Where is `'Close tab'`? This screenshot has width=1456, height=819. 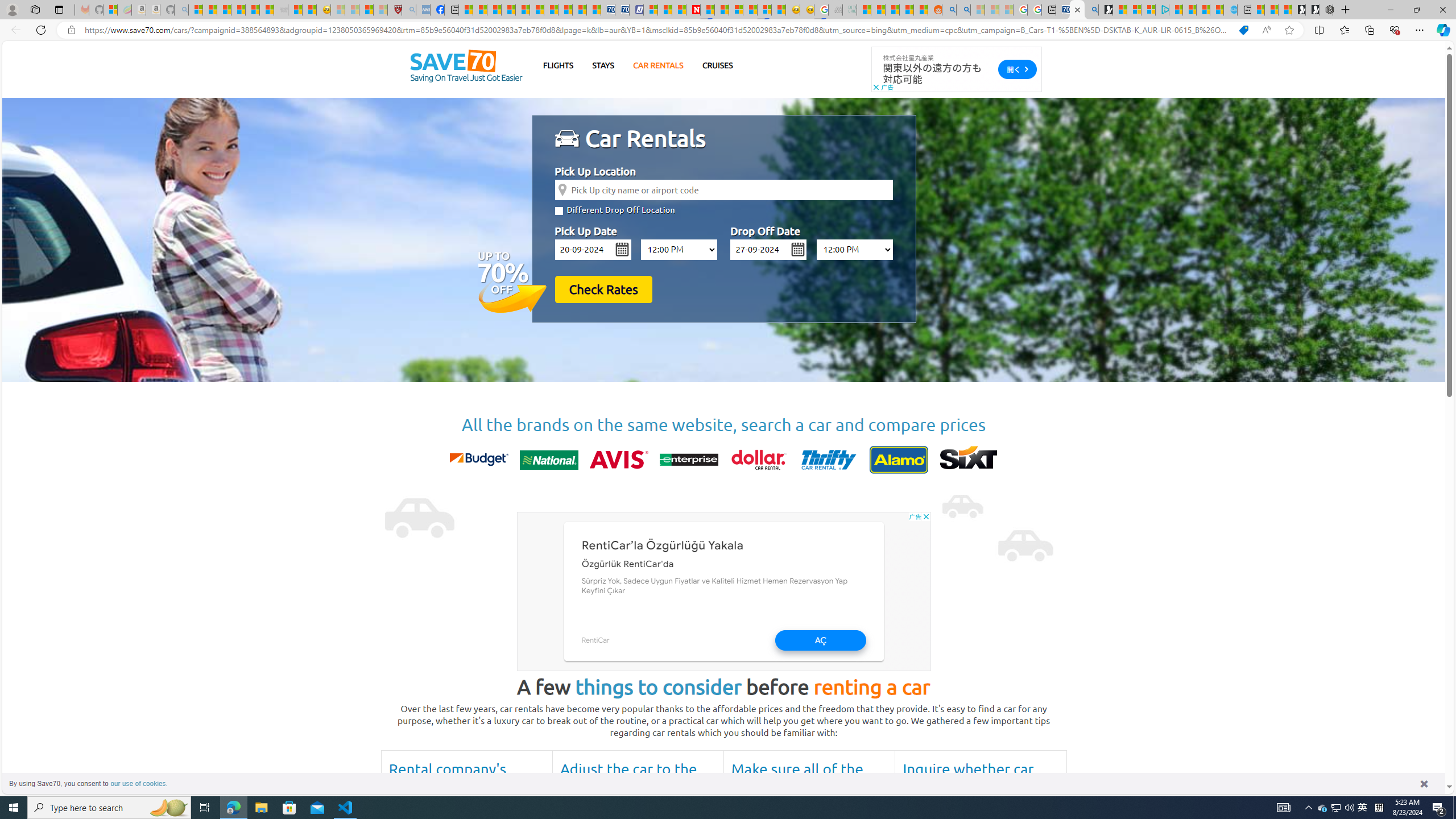 'Close tab' is located at coordinates (1077, 9).